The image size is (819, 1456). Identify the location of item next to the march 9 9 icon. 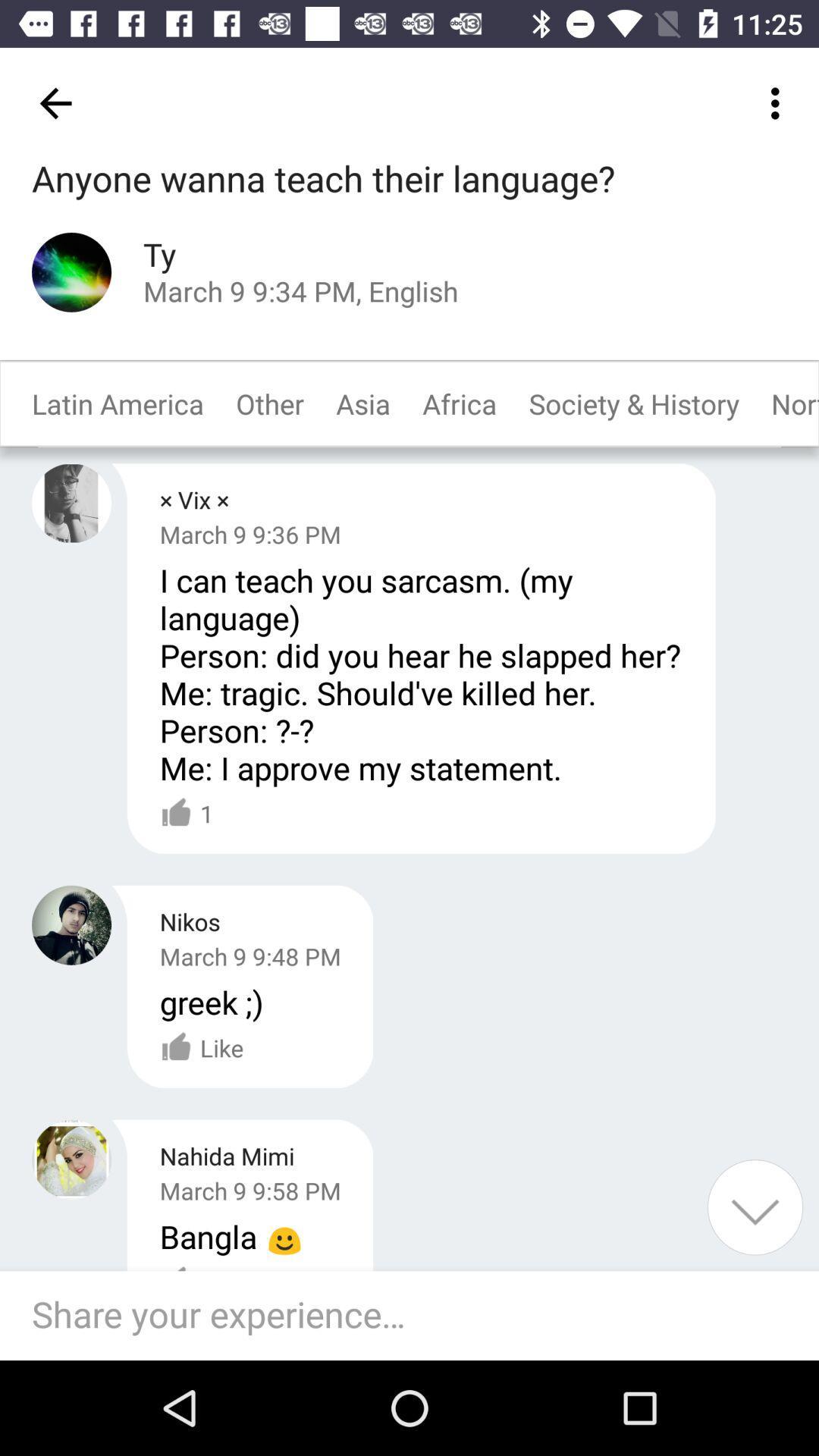
(755, 1207).